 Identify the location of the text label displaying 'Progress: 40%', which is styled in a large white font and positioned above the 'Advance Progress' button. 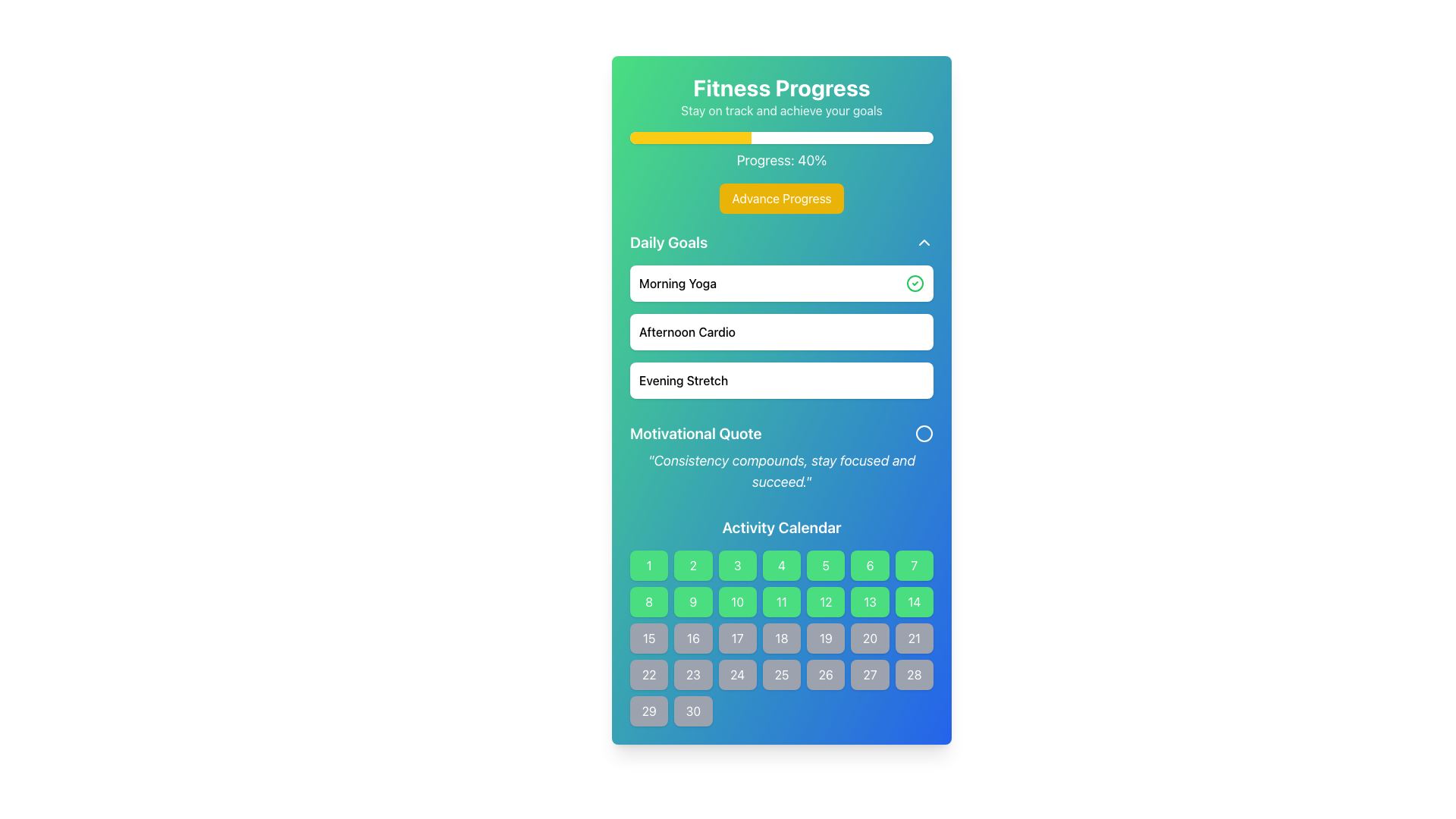
(782, 161).